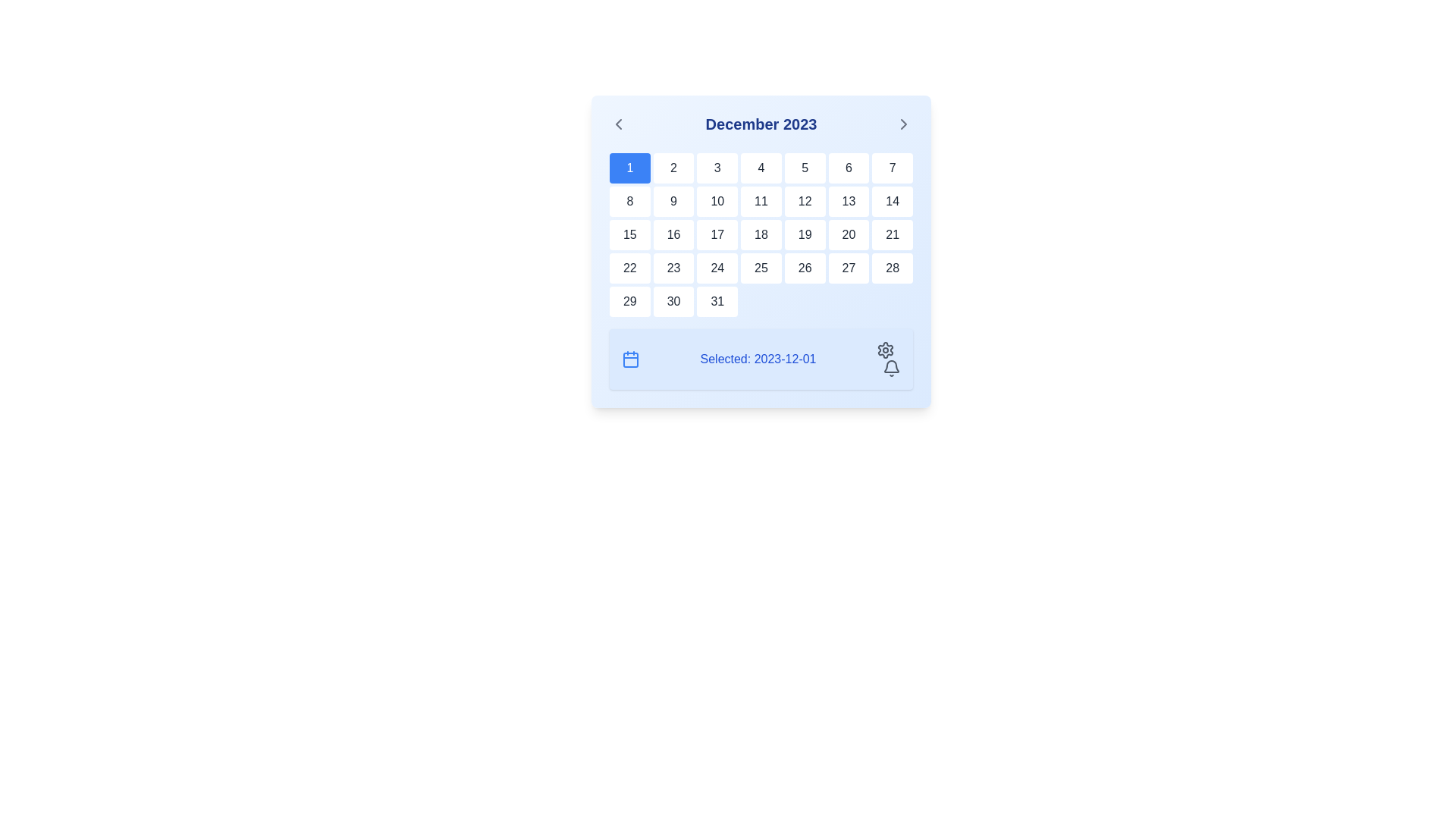 The height and width of the screenshot is (819, 1456). I want to click on the calendar day cell representing December 4th, located in the first row and fourth column of the calendar grid, positioned between the cells displaying '3' and '5', so click(761, 168).